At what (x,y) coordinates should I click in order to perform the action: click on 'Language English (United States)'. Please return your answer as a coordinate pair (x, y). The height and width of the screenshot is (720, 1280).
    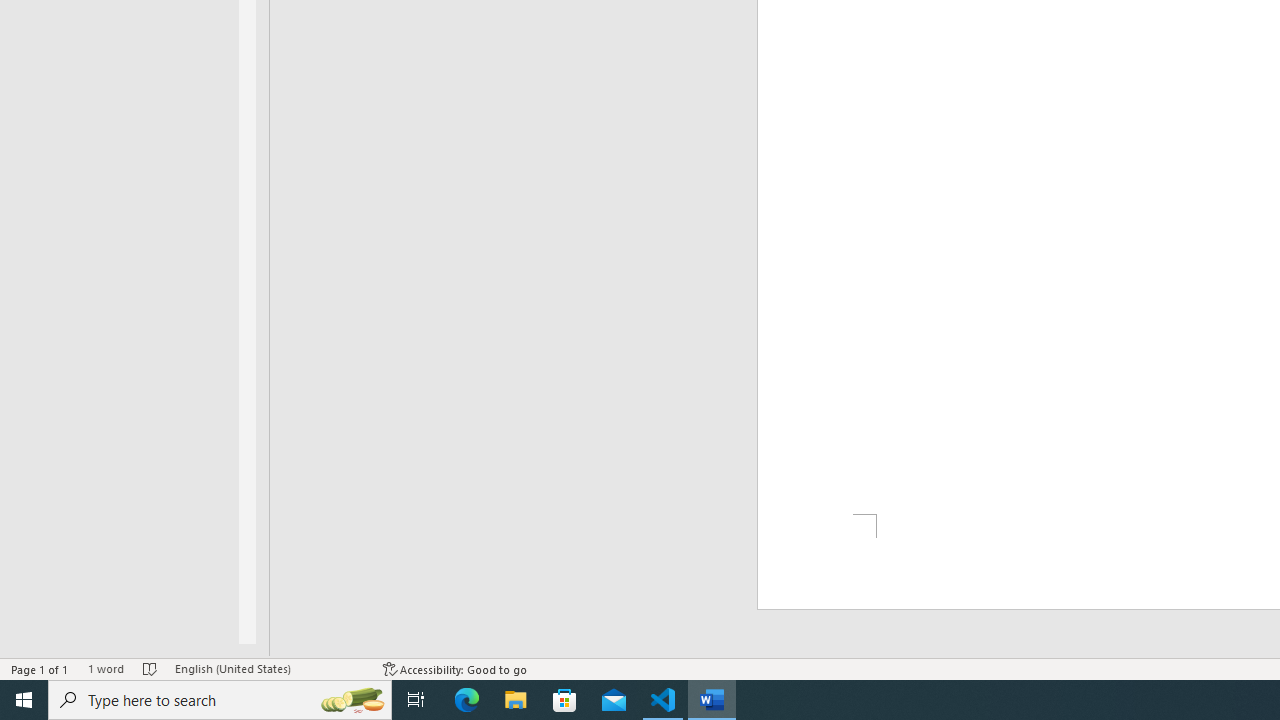
    Looking at the image, I should click on (268, 669).